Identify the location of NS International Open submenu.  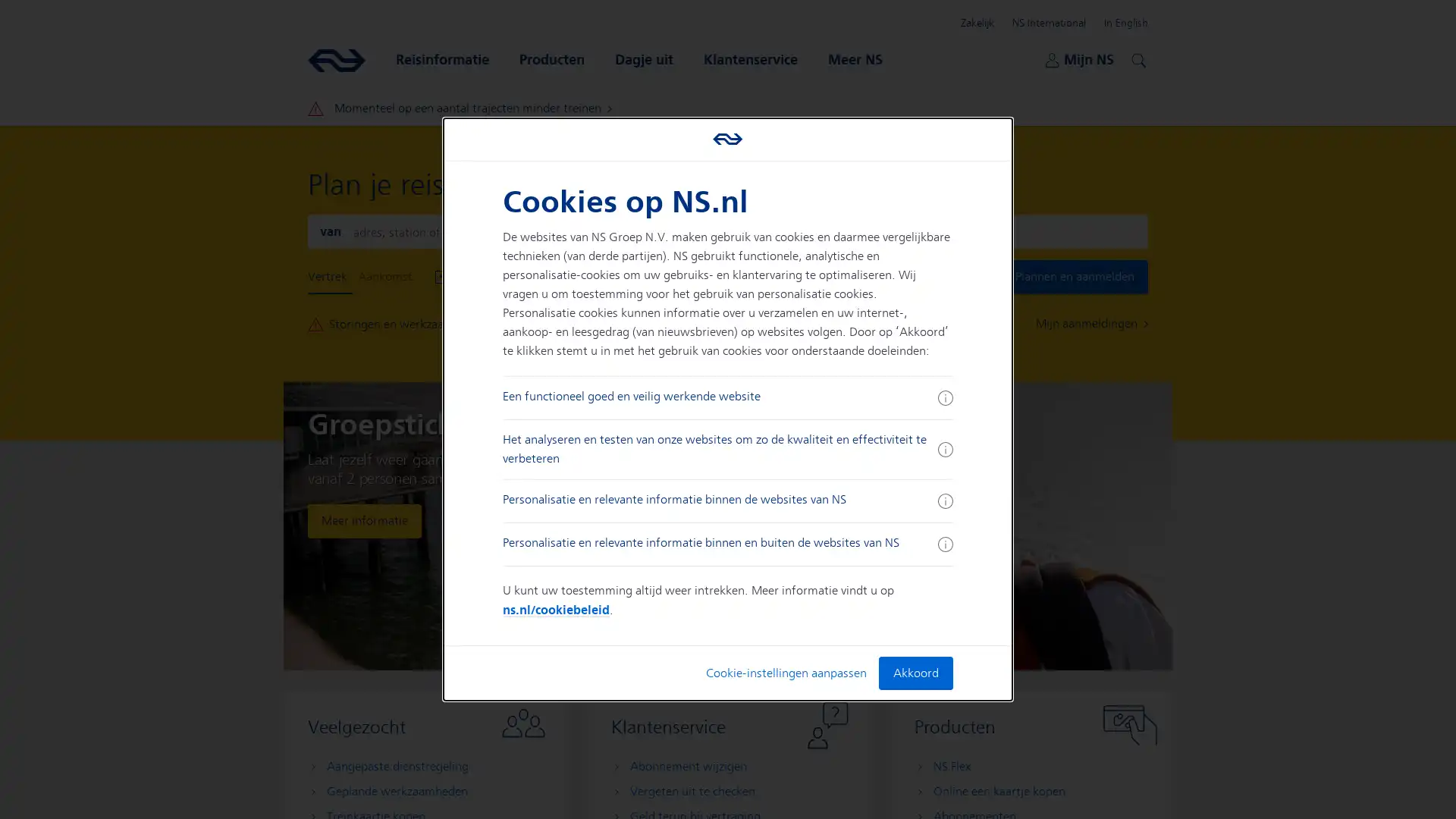
(1048, 23).